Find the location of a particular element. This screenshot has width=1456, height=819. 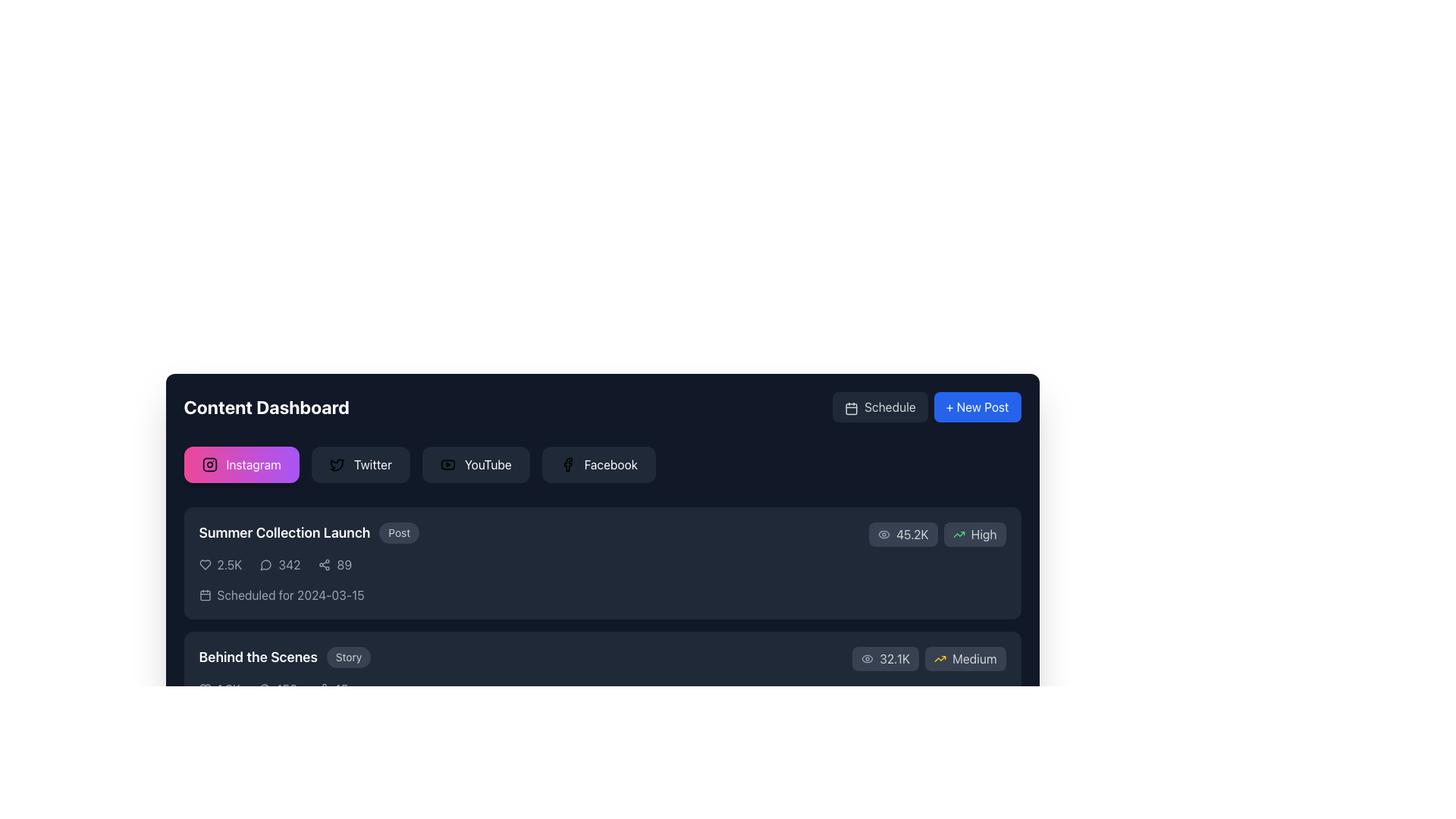

the Label with Icon displaying the numeric value '45.2K' and an eye icon, which is located on the right part of the content list is located at coordinates (903, 534).